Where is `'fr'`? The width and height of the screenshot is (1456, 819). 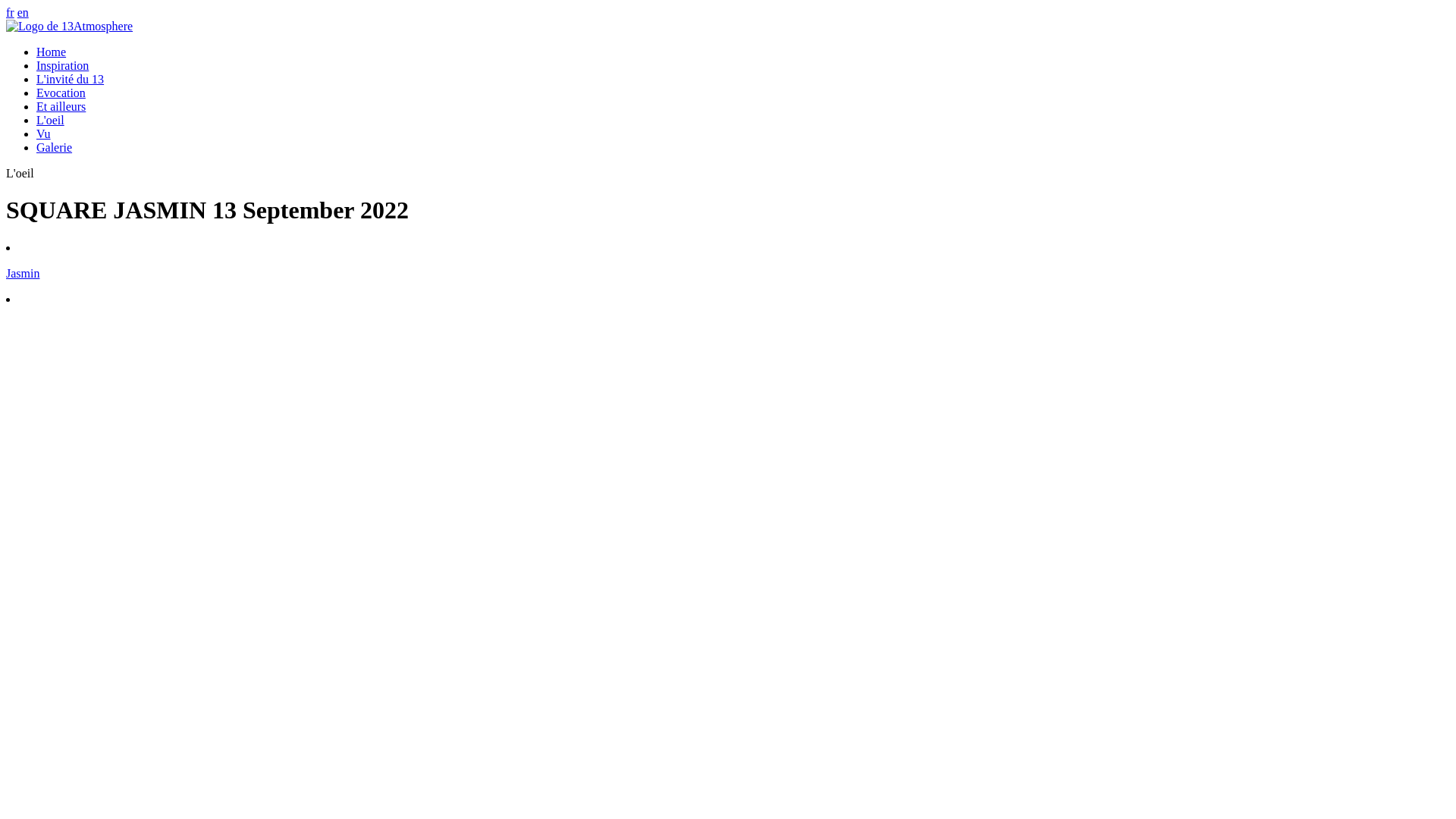
'fr' is located at coordinates (10, 12).